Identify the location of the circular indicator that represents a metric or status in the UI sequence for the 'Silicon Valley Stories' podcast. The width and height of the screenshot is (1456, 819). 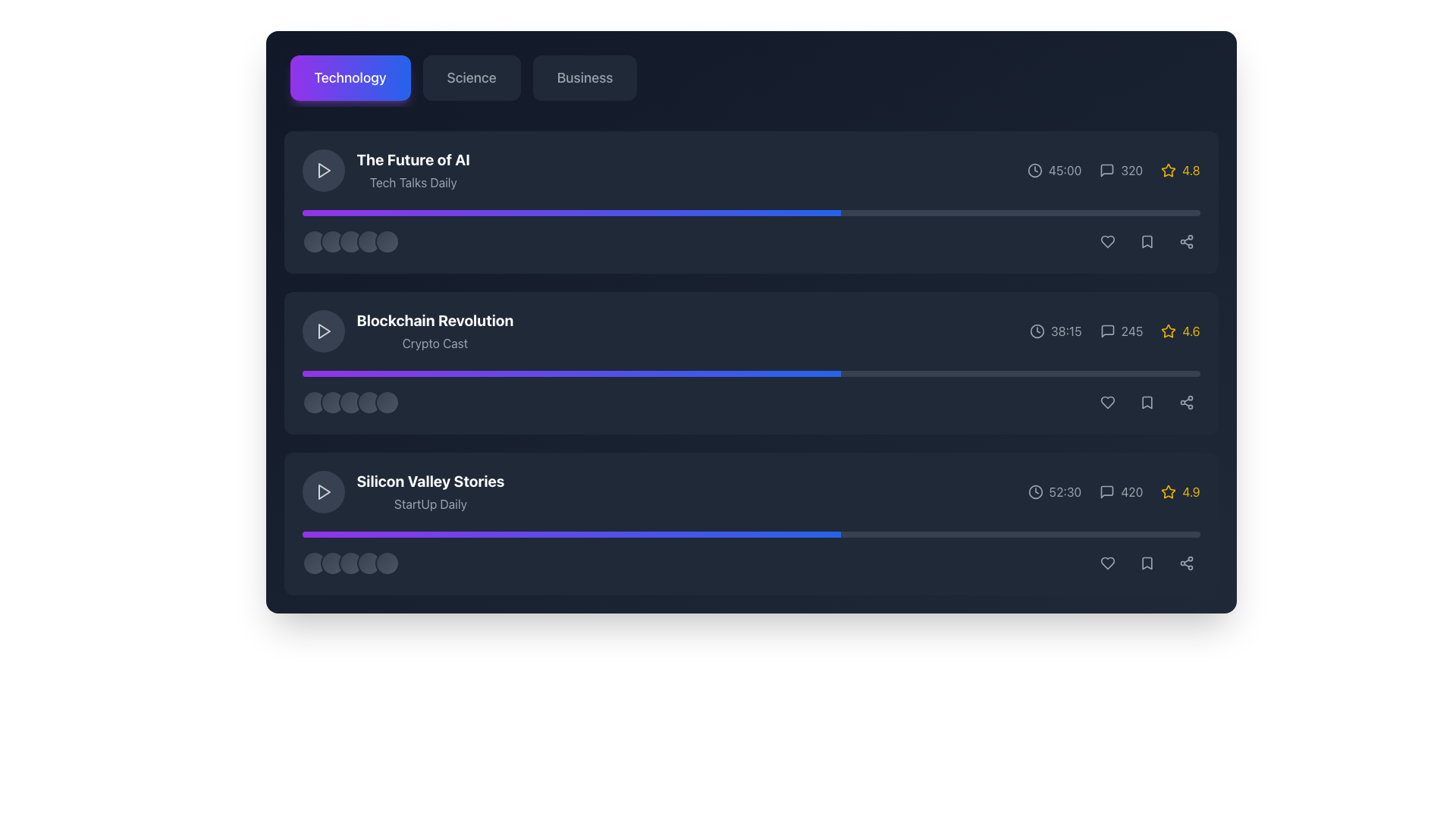
(350, 563).